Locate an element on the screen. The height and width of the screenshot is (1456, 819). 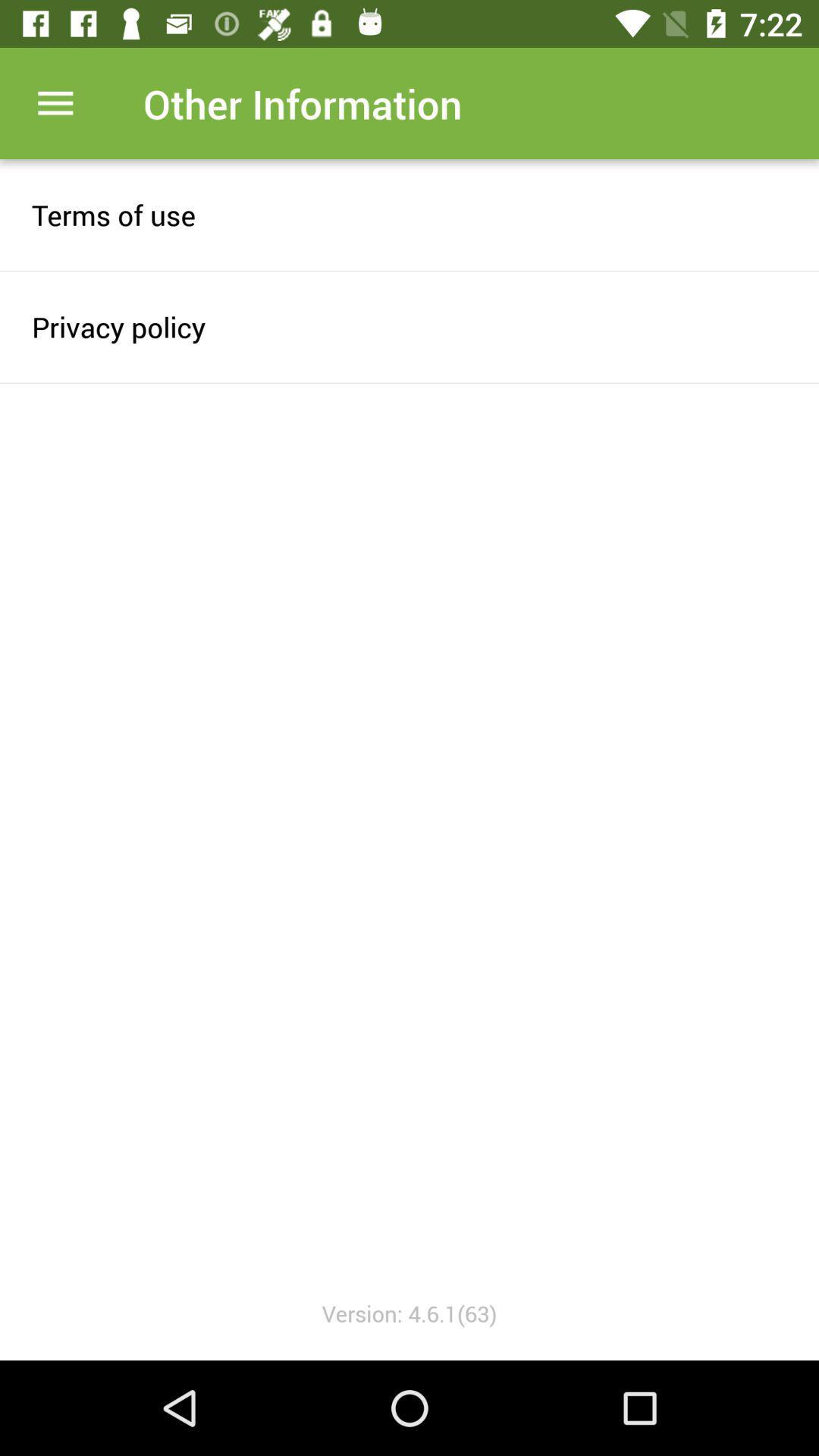
open app menu is located at coordinates (55, 102).